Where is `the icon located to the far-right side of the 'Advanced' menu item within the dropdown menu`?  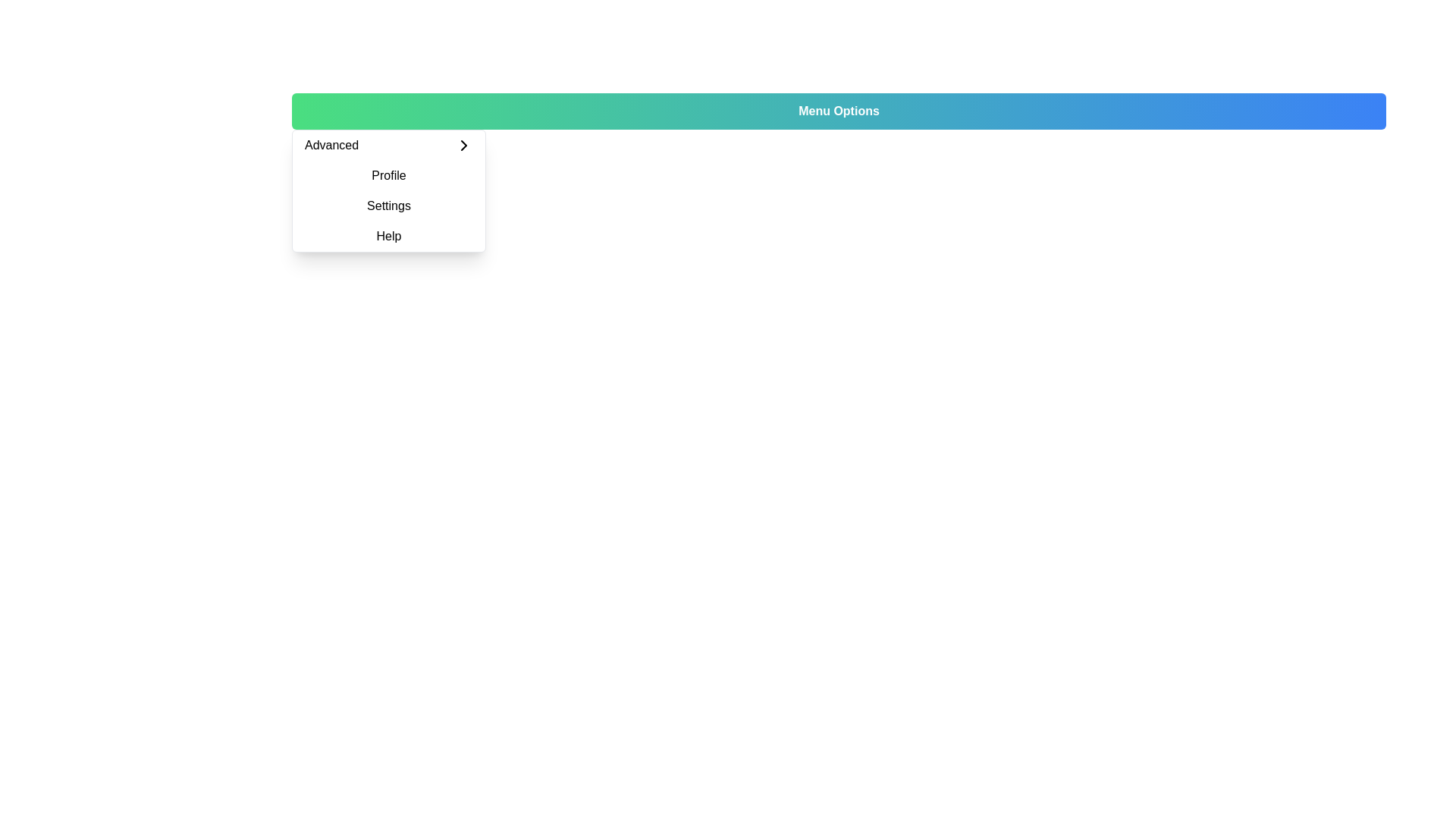 the icon located to the far-right side of the 'Advanced' menu item within the dropdown menu is located at coordinates (463, 146).